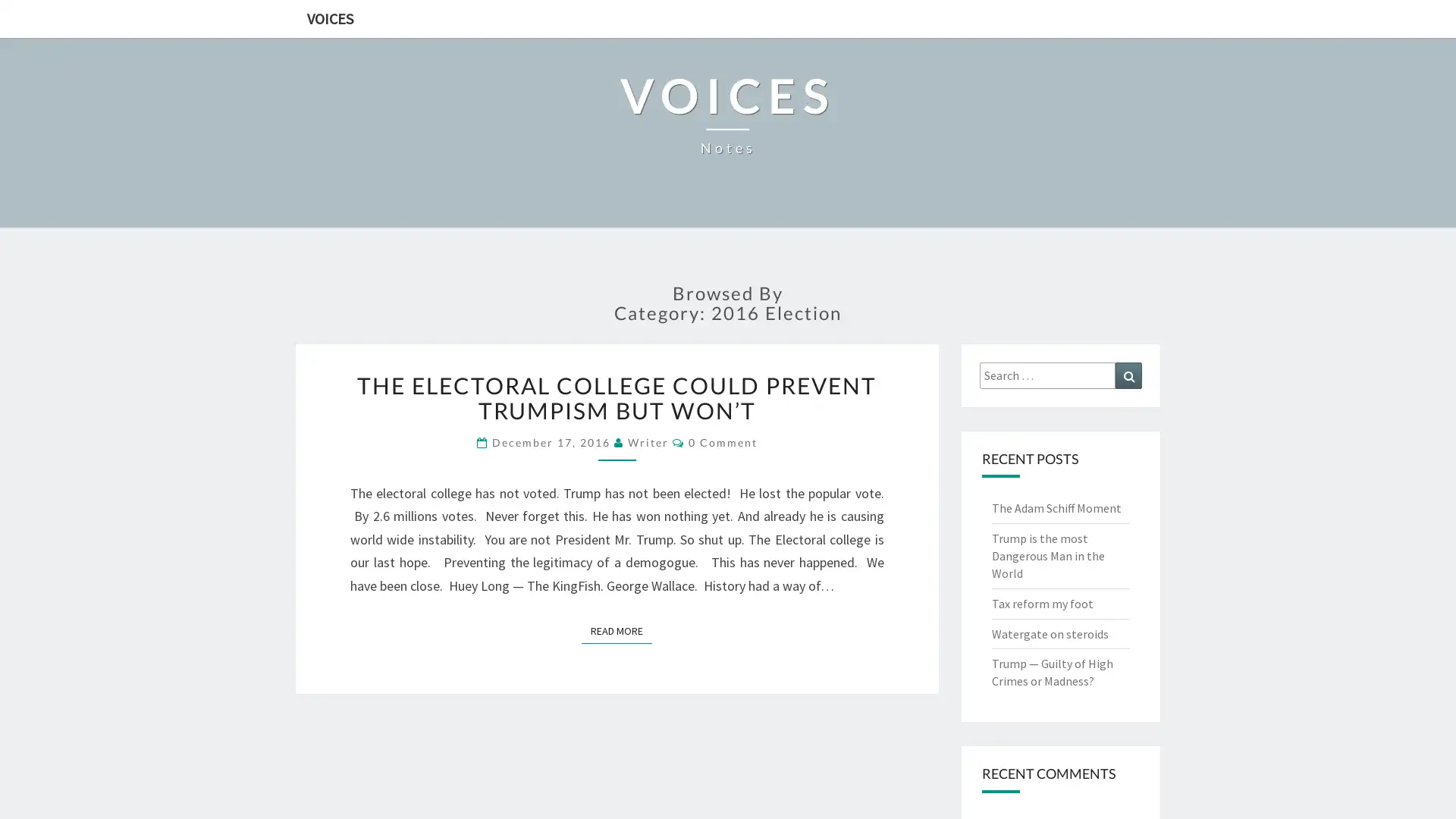 The width and height of the screenshot is (1456, 819). Describe the element at coordinates (1128, 375) in the screenshot. I see `Search` at that location.